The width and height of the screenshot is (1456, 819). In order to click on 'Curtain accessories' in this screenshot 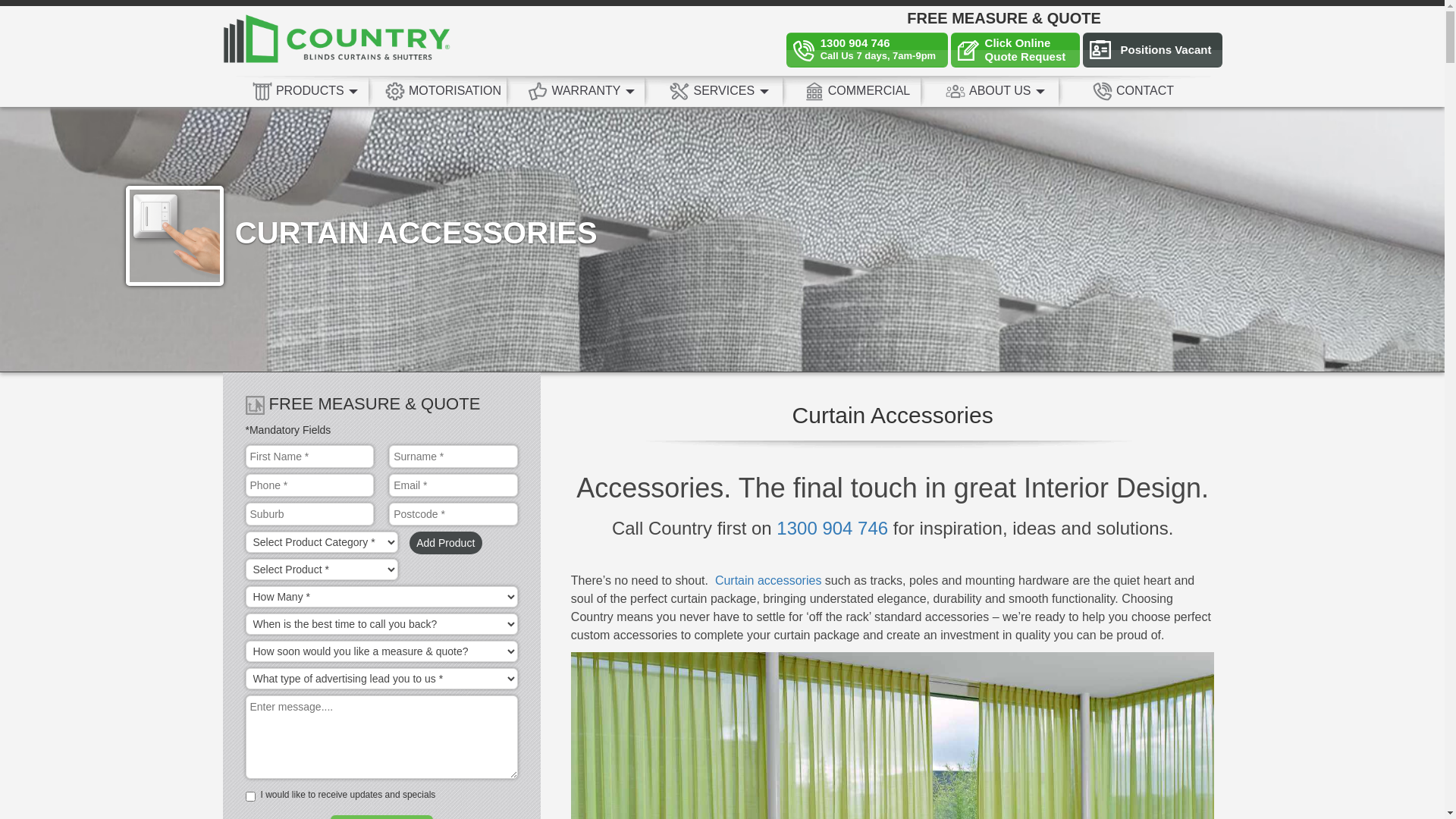, I will do `click(768, 580)`.